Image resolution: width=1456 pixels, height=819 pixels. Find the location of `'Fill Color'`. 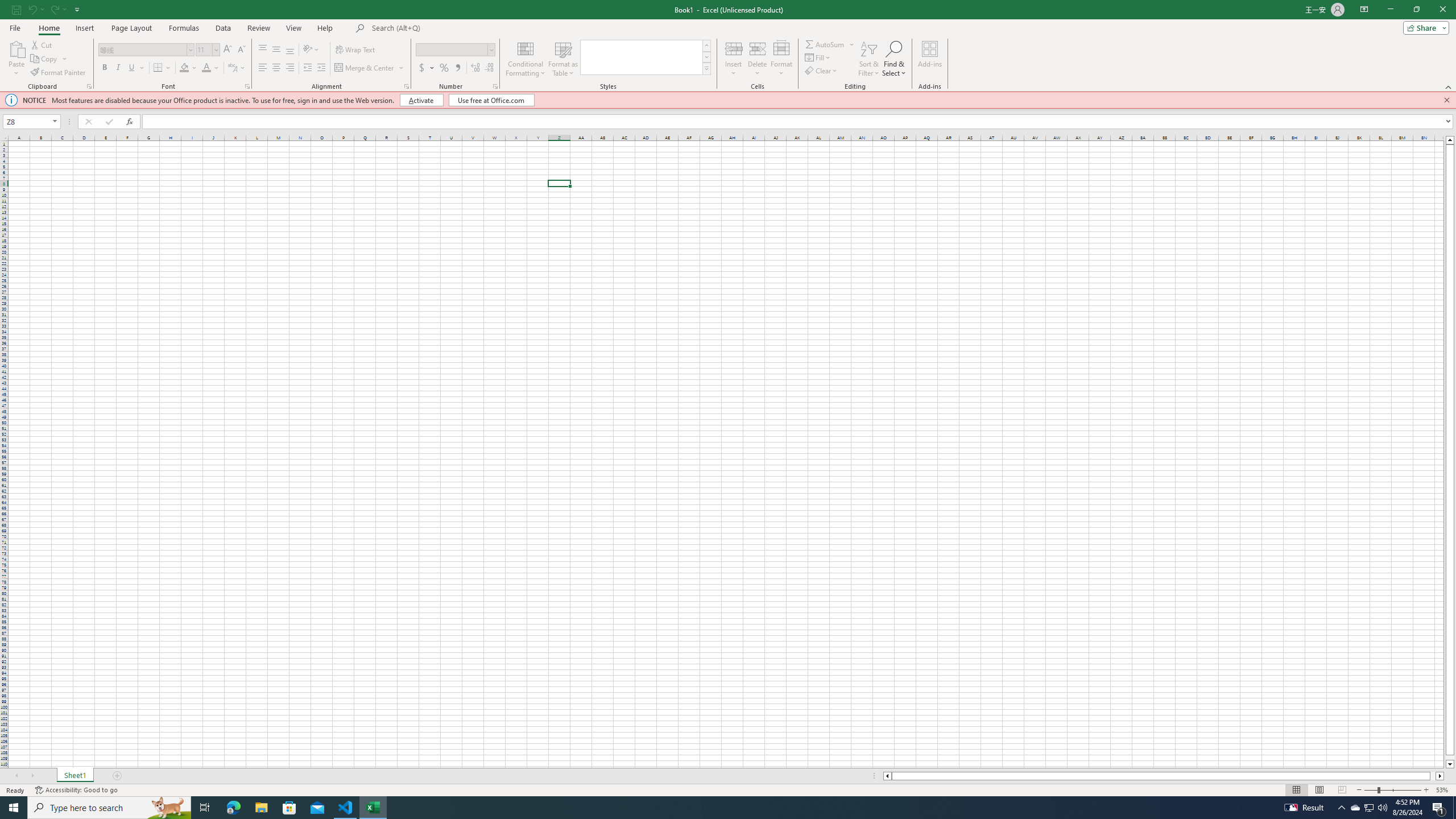

'Fill Color' is located at coordinates (183, 67).